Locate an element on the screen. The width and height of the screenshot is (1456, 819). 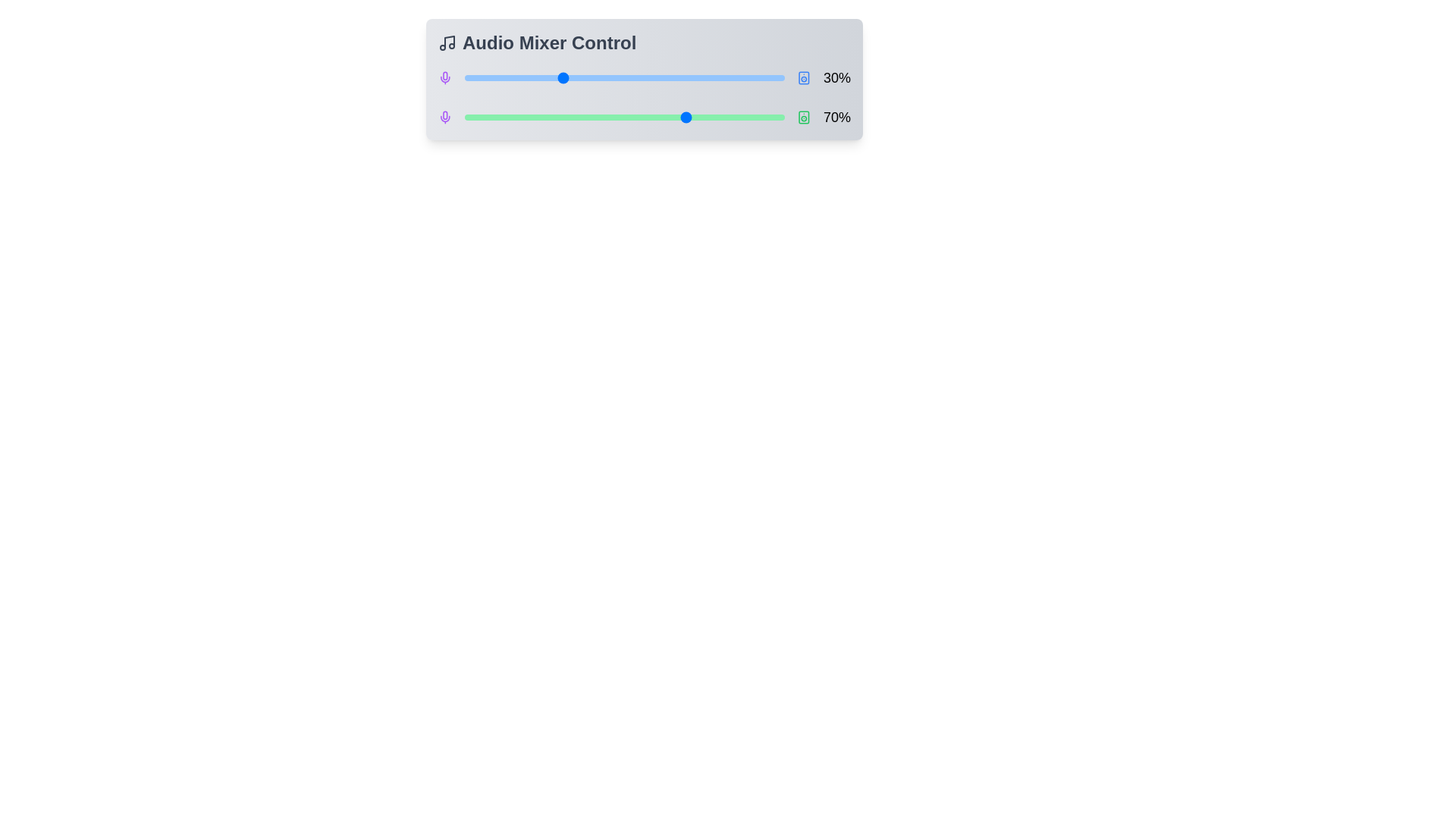
the microphone icon, which is styled in purple and is the first element in the Audio Mixer Control section is located at coordinates (444, 115).